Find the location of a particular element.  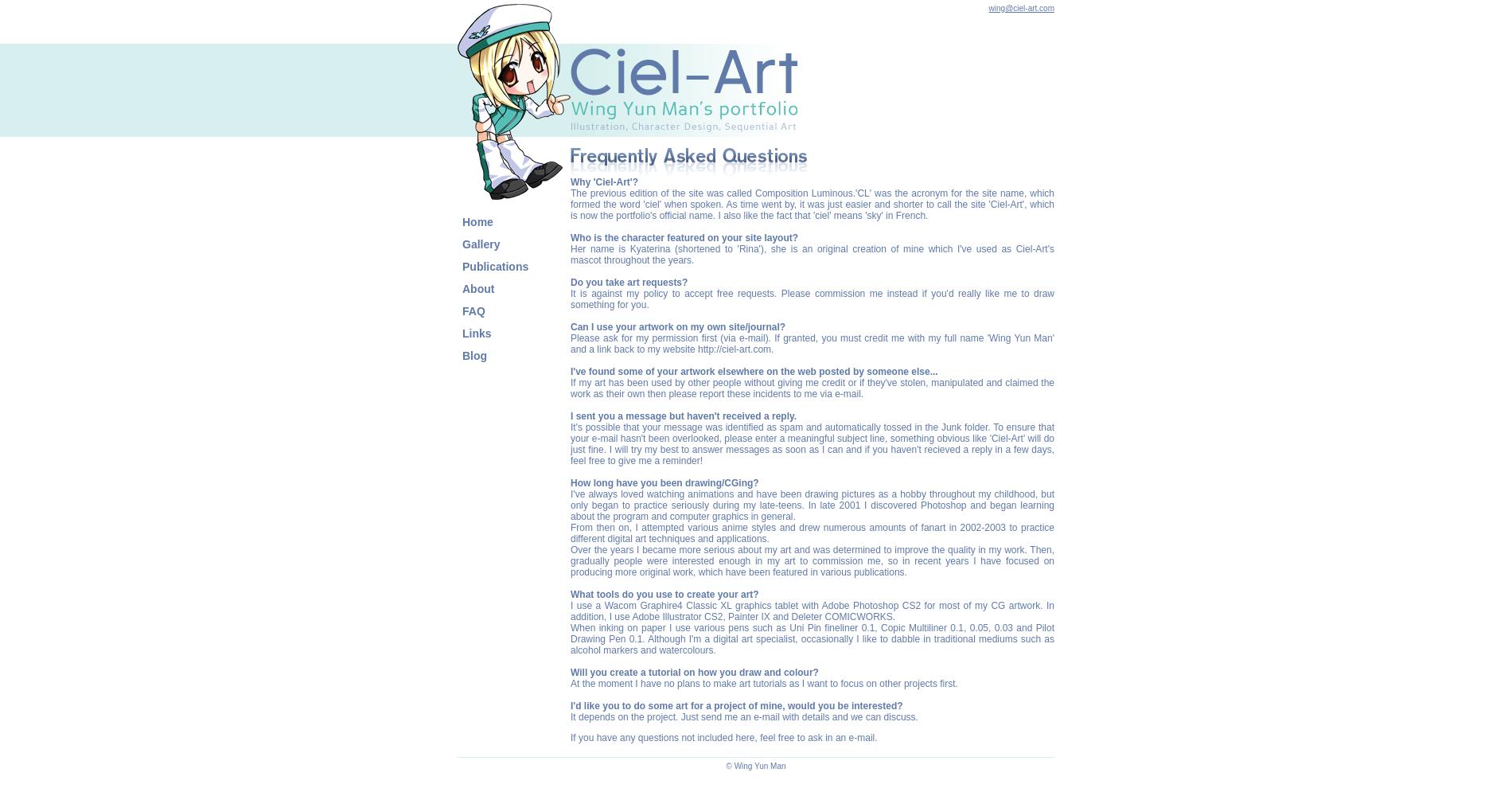

'wing@ciel-art.com' is located at coordinates (1020, 8).